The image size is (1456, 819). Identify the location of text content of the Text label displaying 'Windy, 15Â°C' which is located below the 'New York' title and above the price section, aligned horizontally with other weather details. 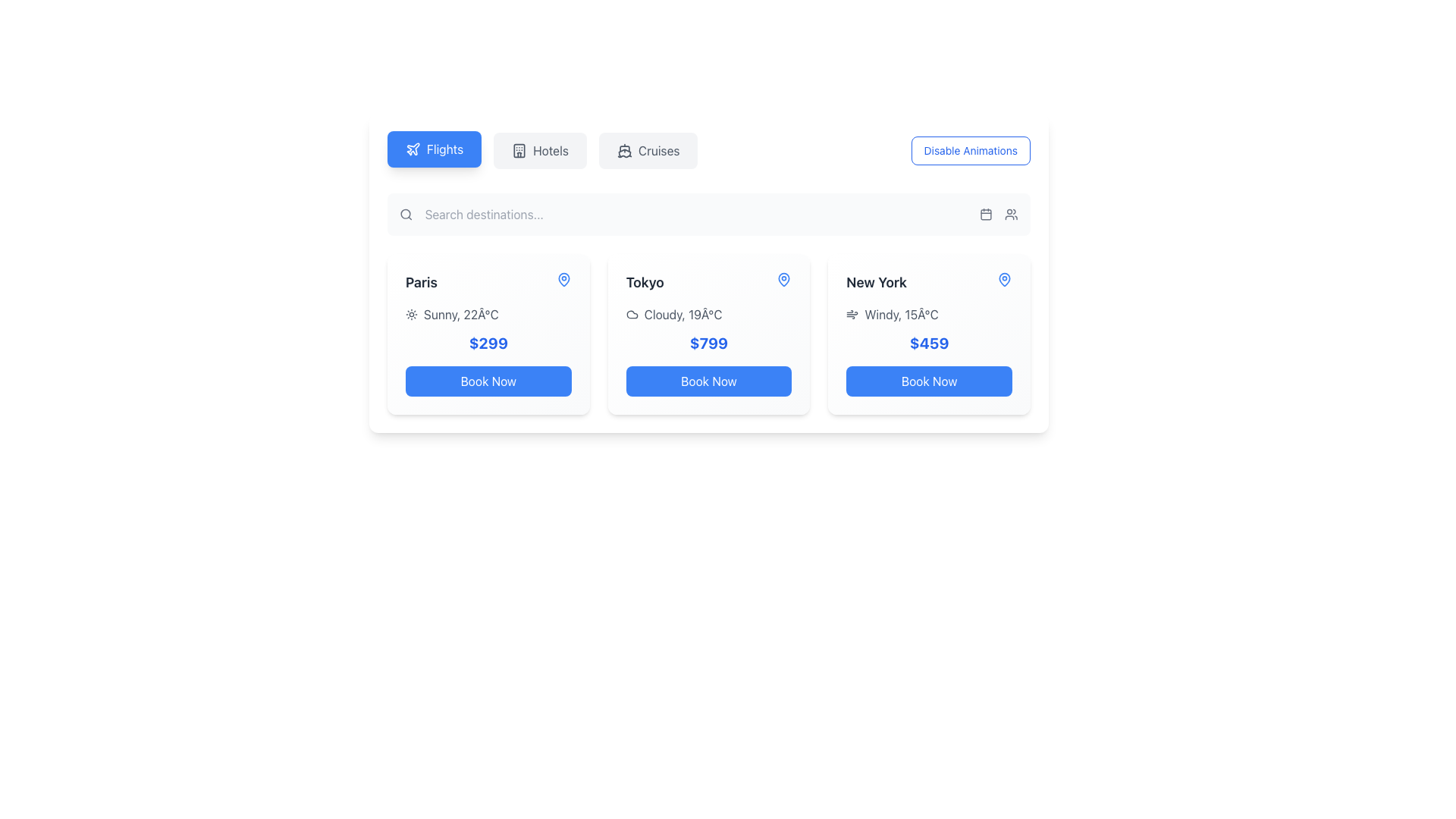
(902, 314).